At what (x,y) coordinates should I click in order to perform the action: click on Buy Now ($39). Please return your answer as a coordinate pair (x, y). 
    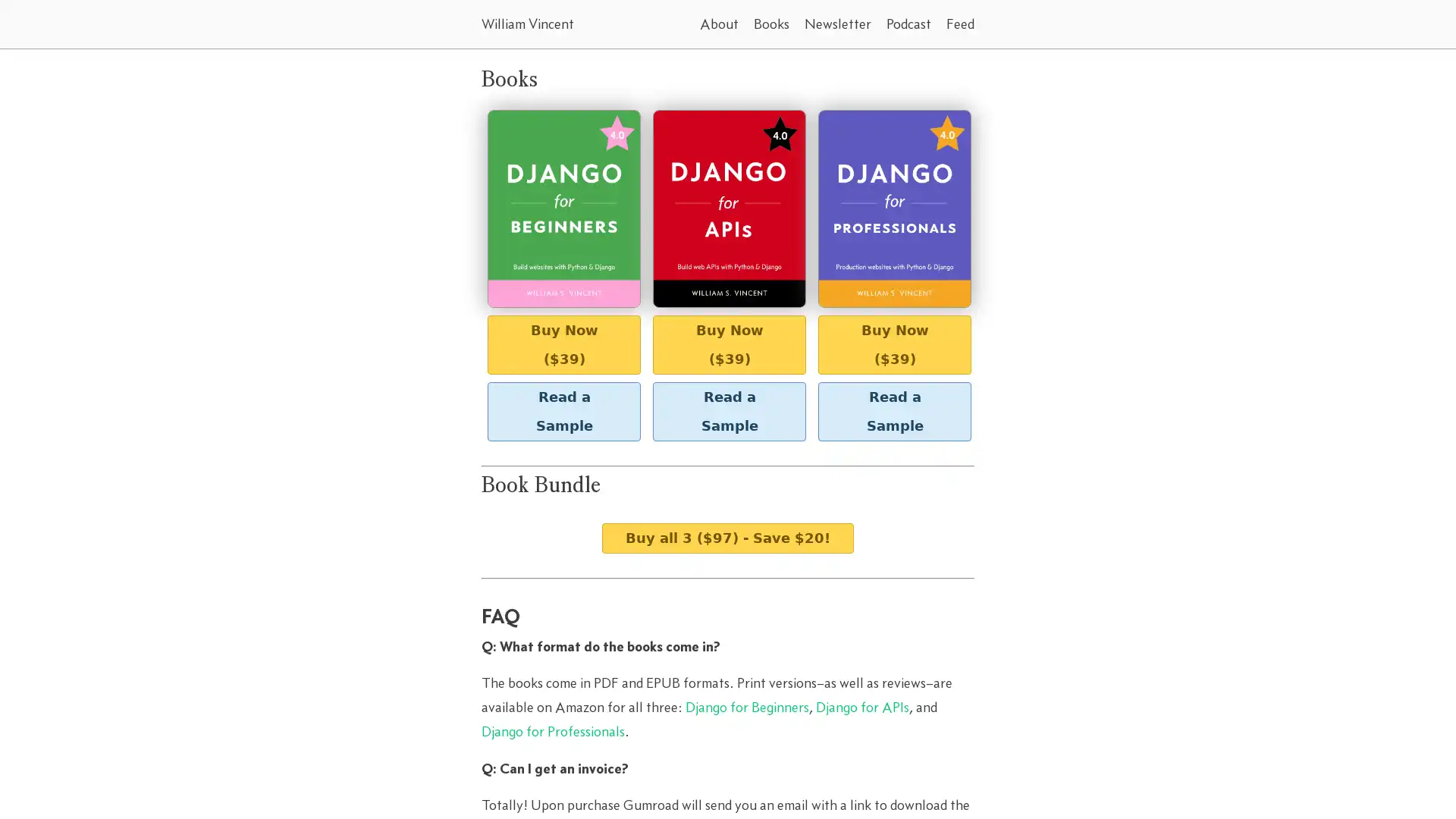
    Looking at the image, I should click on (563, 344).